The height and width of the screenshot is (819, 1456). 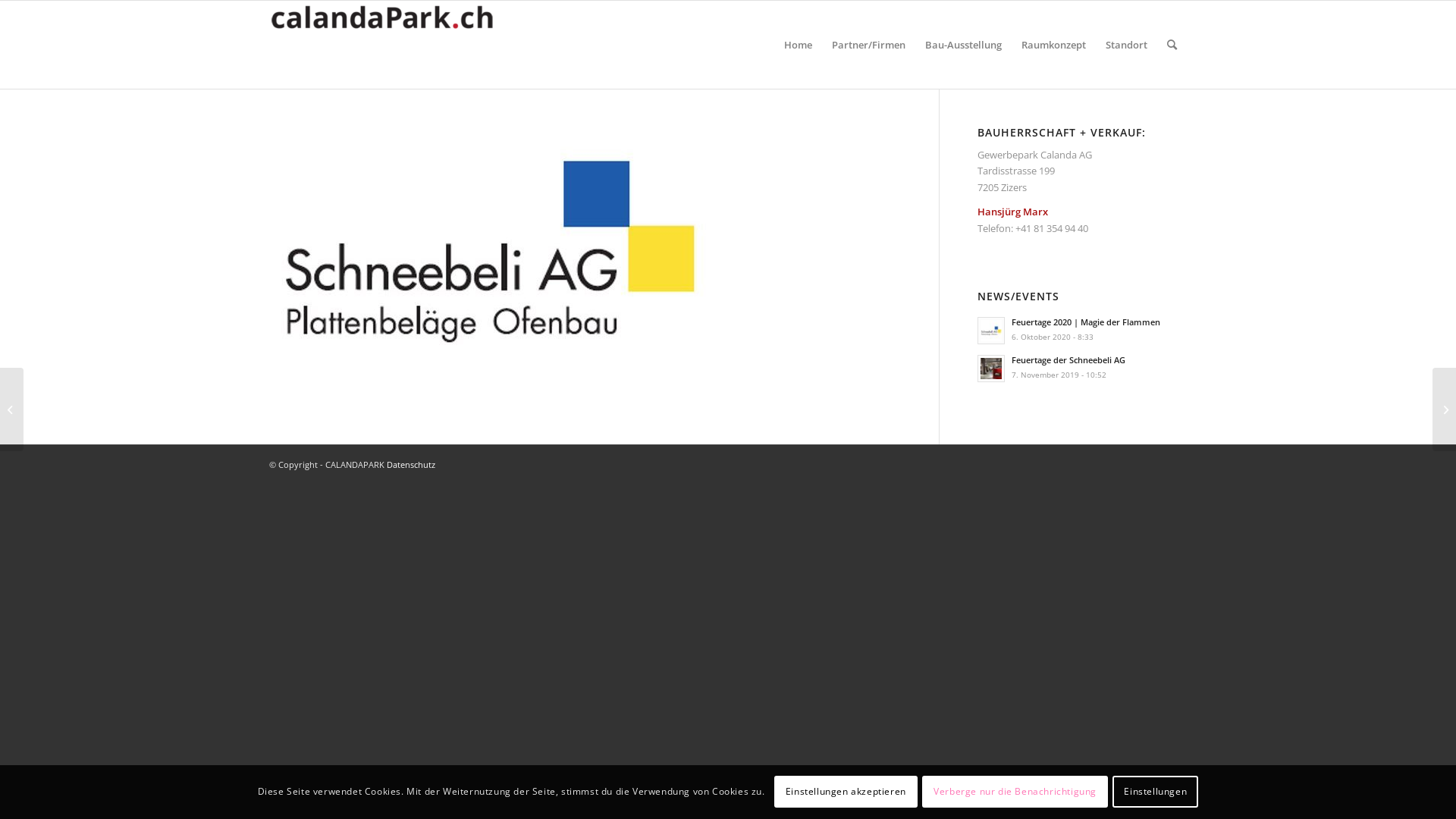 What do you see at coordinates (914, 43) in the screenshot?
I see `'Bau-Ausstellung'` at bounding box center [914, 43].